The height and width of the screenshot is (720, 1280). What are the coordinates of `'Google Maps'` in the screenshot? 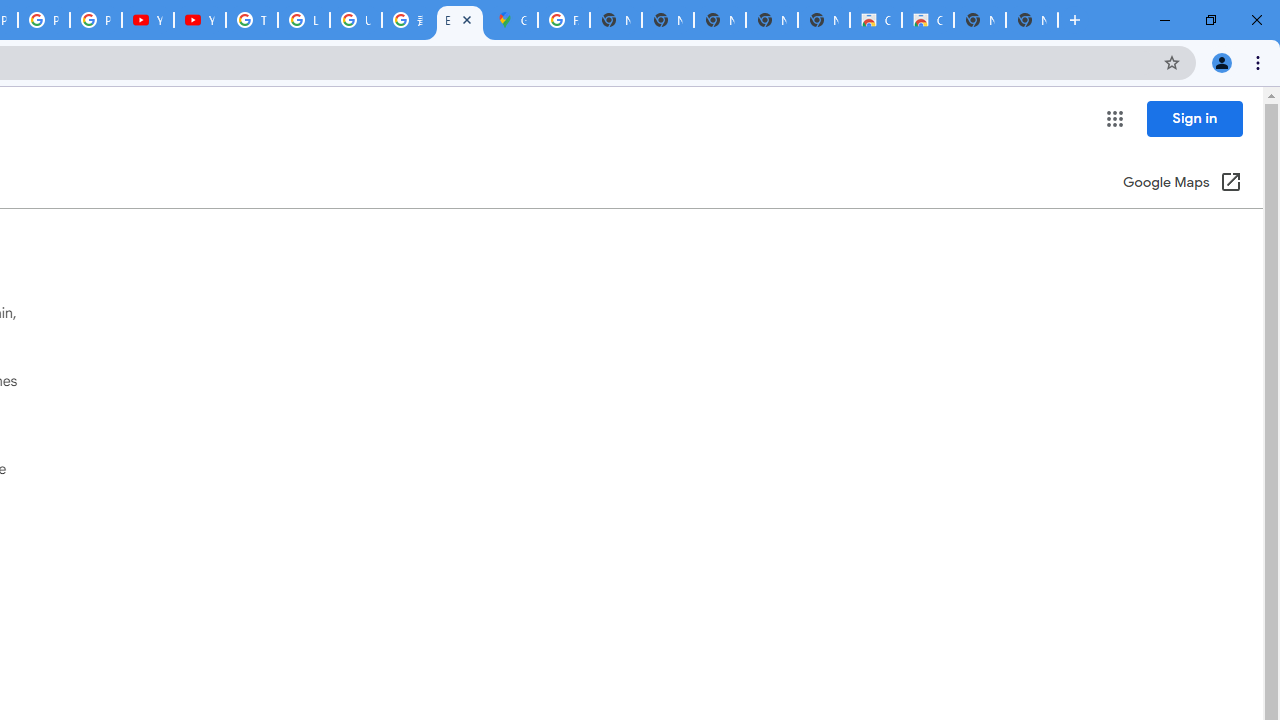 It's located at (512, 20).